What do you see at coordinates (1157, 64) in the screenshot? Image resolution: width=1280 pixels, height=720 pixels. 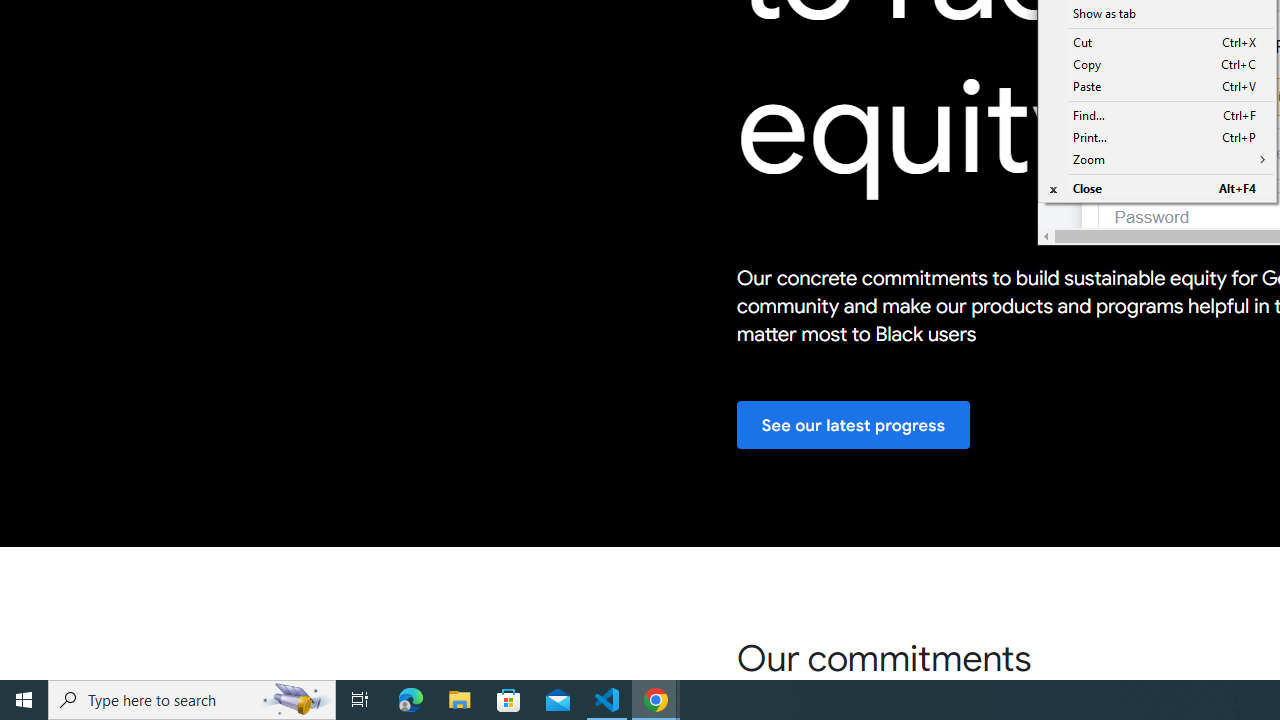 I see `'Copy	Ctrl+C'` at bounding box center [1157, 64].